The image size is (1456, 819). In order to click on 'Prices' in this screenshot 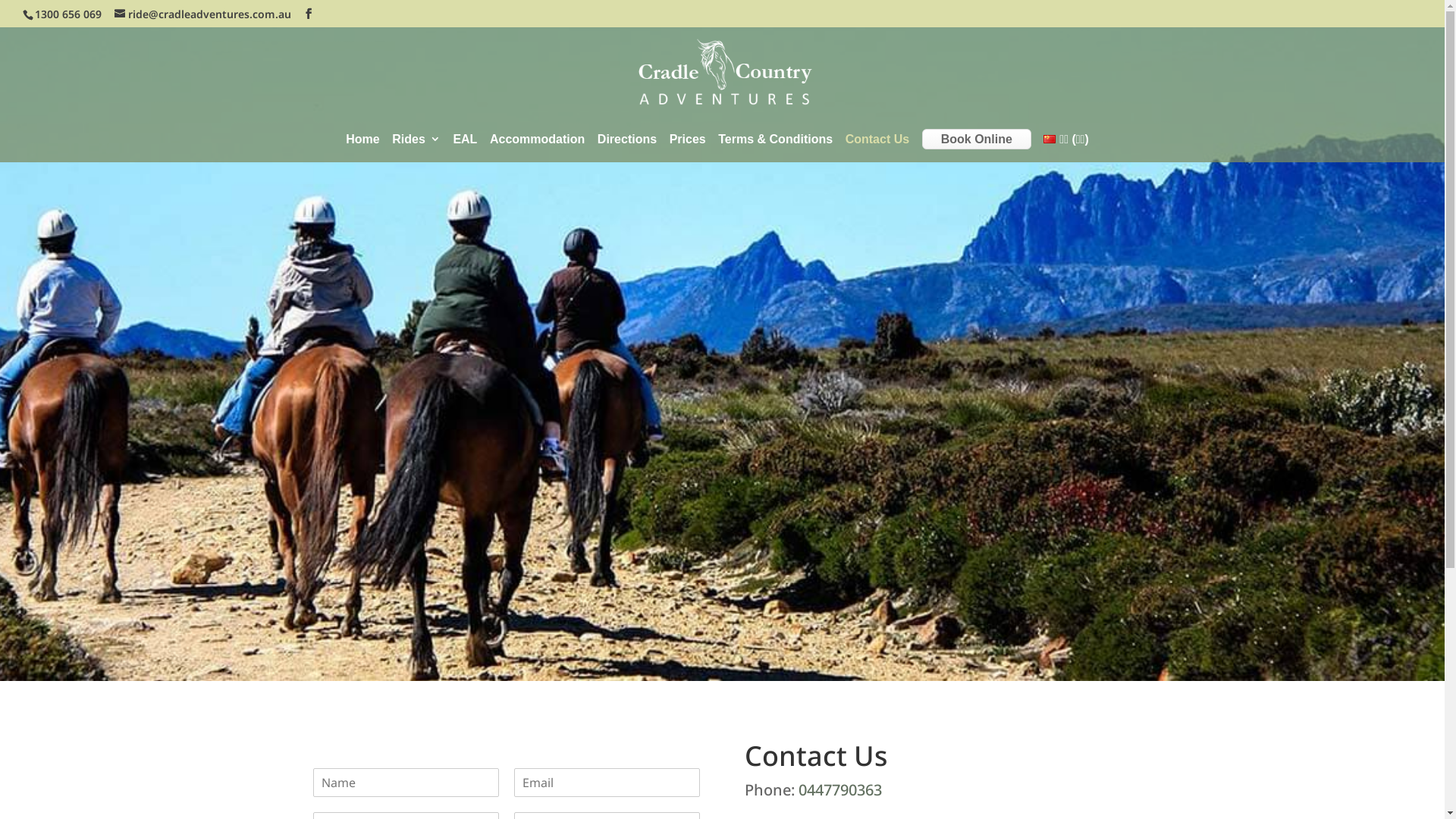, I will do `click(687, 148)`.